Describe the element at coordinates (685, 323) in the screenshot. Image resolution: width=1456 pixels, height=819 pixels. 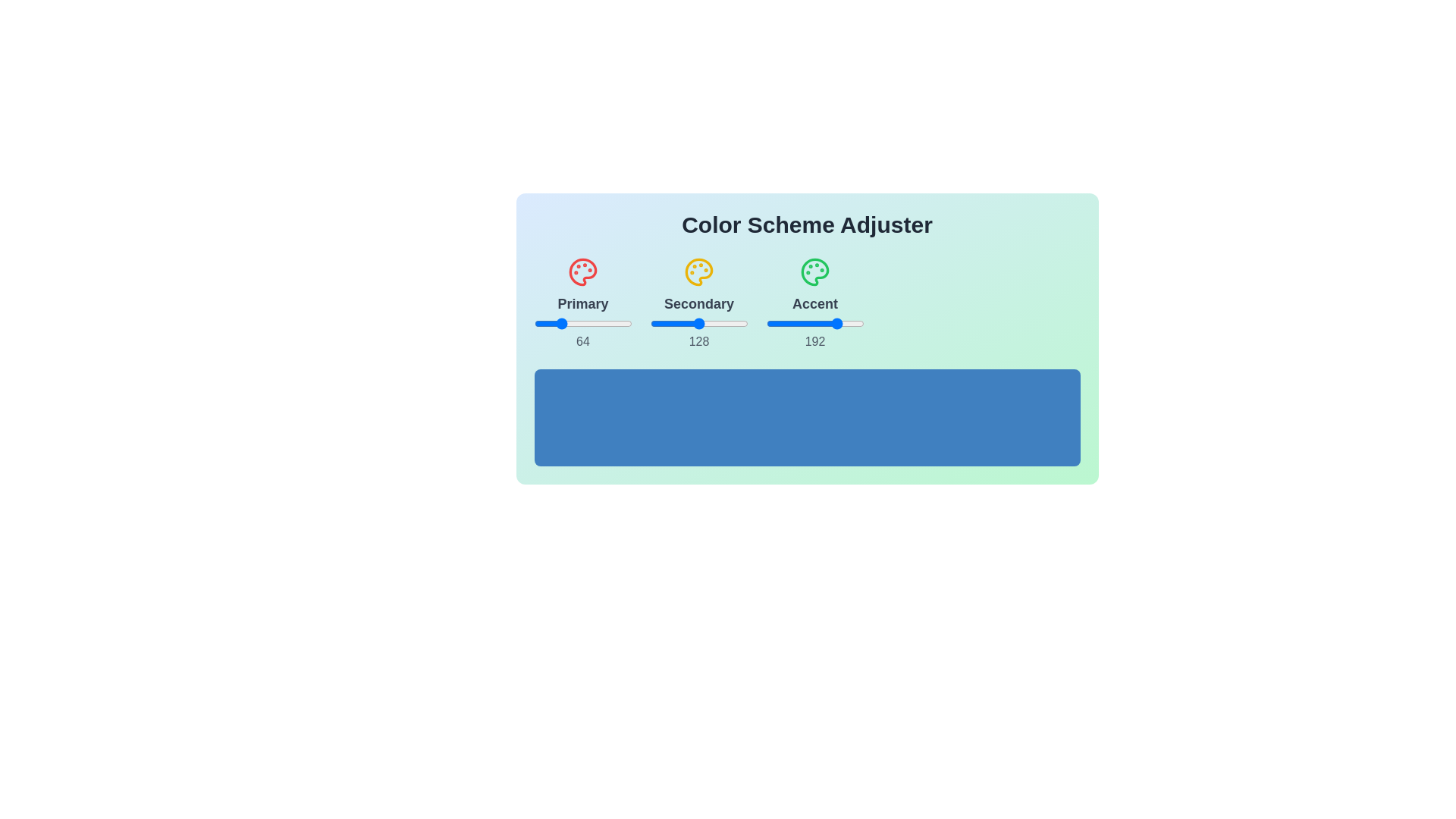
I see `the secondary slider to set its value to 92` at that location.